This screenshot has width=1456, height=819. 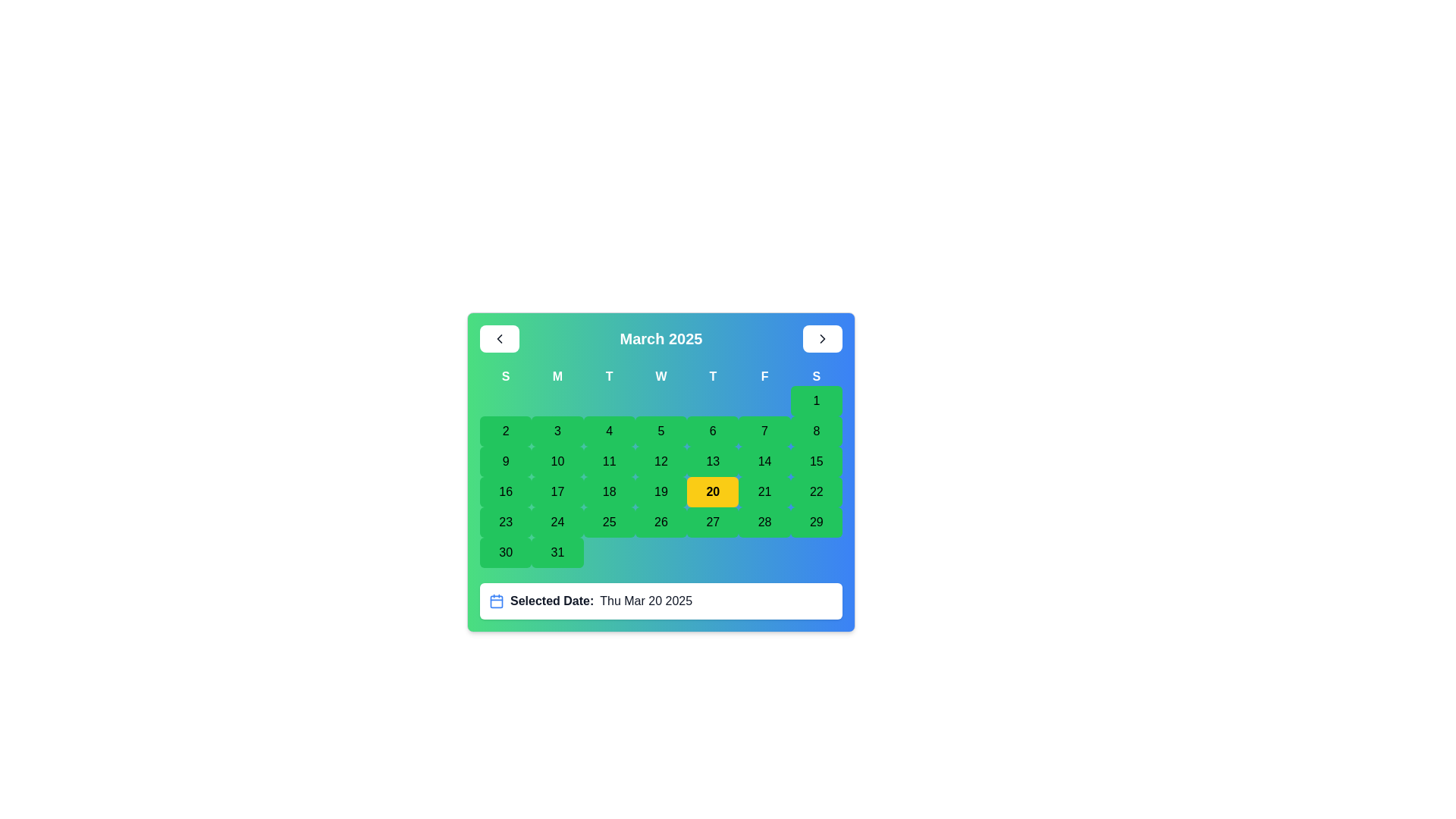 I want to click on the clickable date button in the calendar interface that represents the date '14', so click(x=764, y=461).